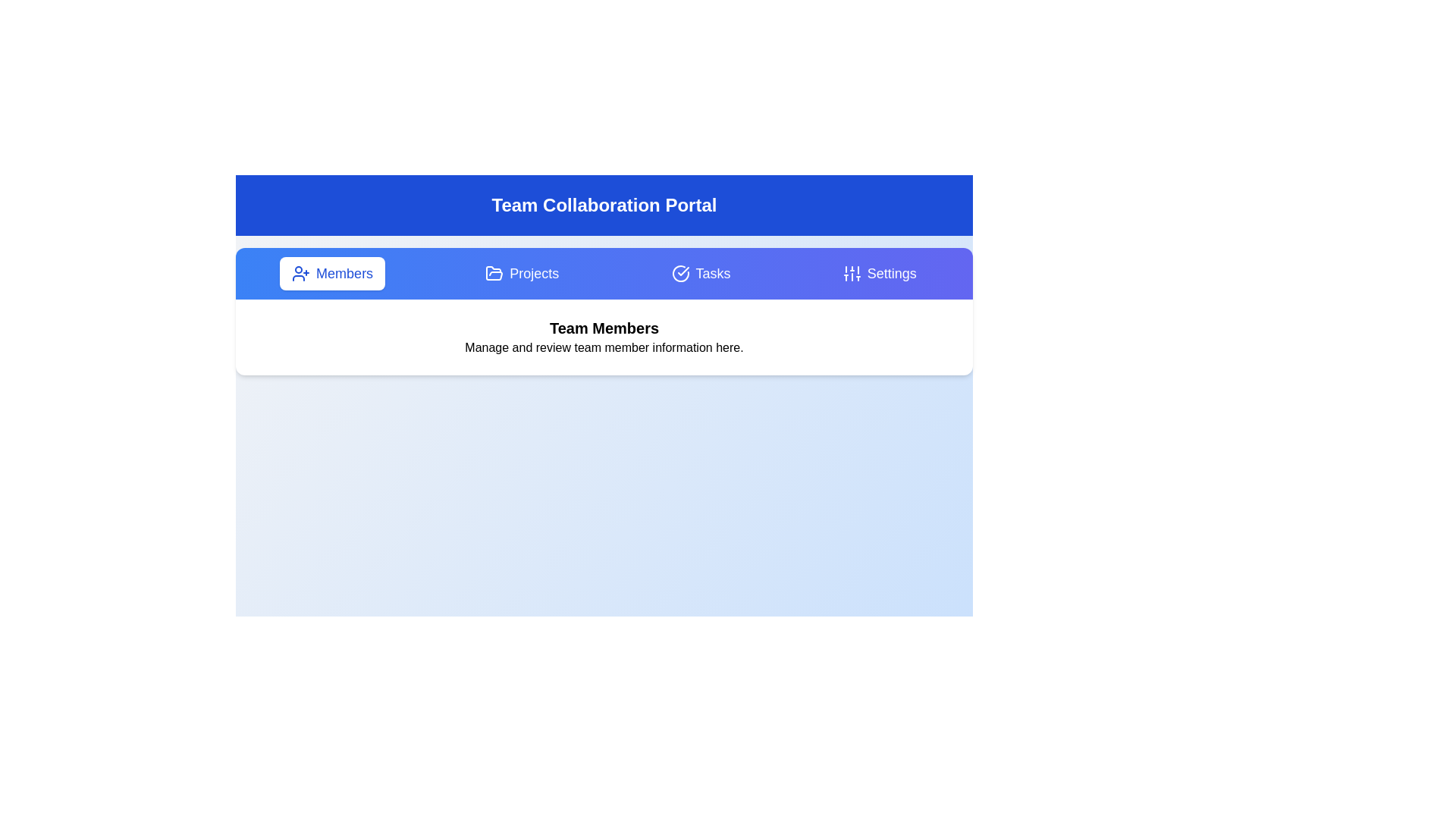  What do you see at coordinates (880, 274) in the screenshot?
I see `the fourth button in the horizontal navigation bar near the top of the interface to observe any visual feedback` at bounding box center [880, 274].